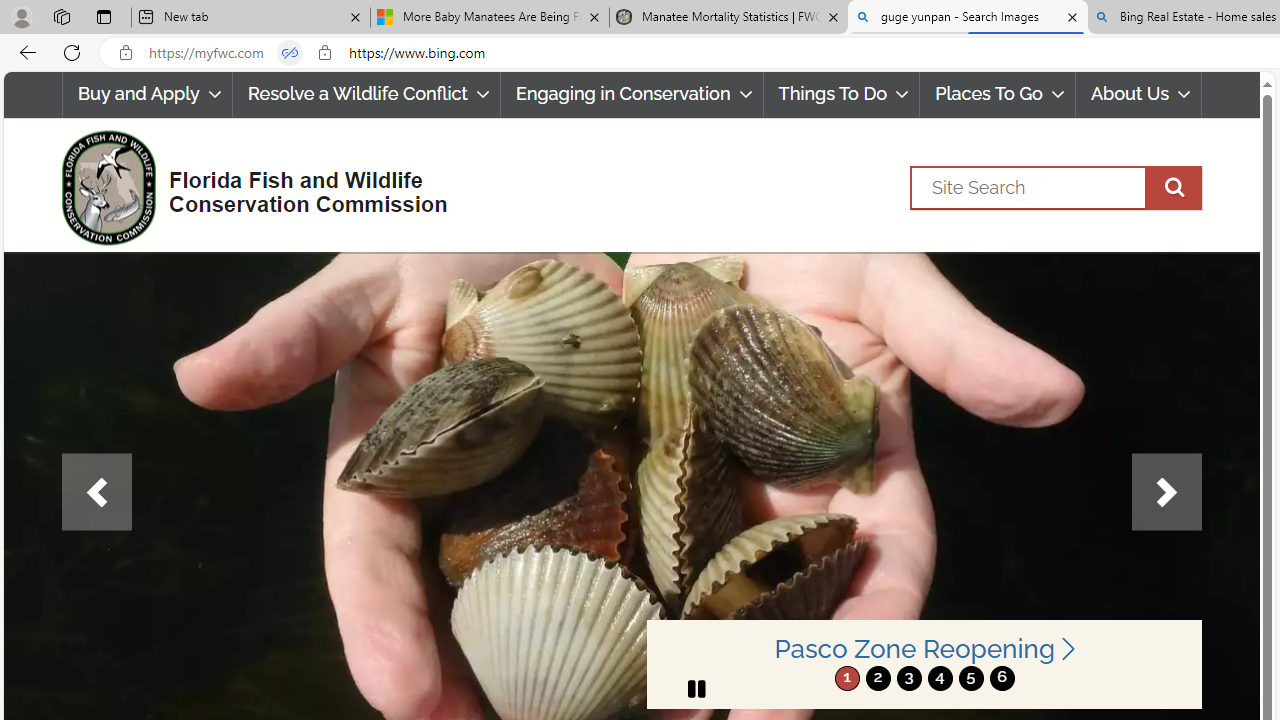 This screenshot has width=1280, height=720. I want to click on 'Pasco Zone Reopening ', so click(923, 649).